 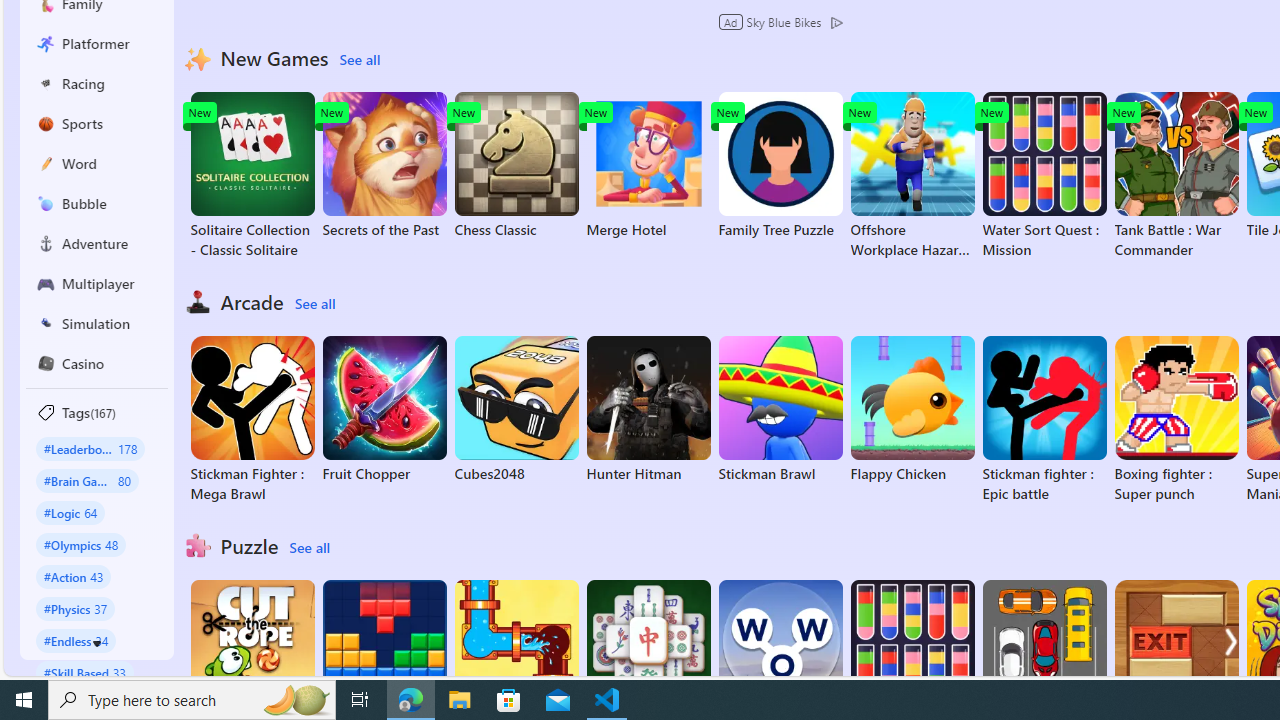 What do you see at coordinates (89, 447) in the screenshot?
I see `'#Leaderboard 178'` at bounding box center [89, 447].